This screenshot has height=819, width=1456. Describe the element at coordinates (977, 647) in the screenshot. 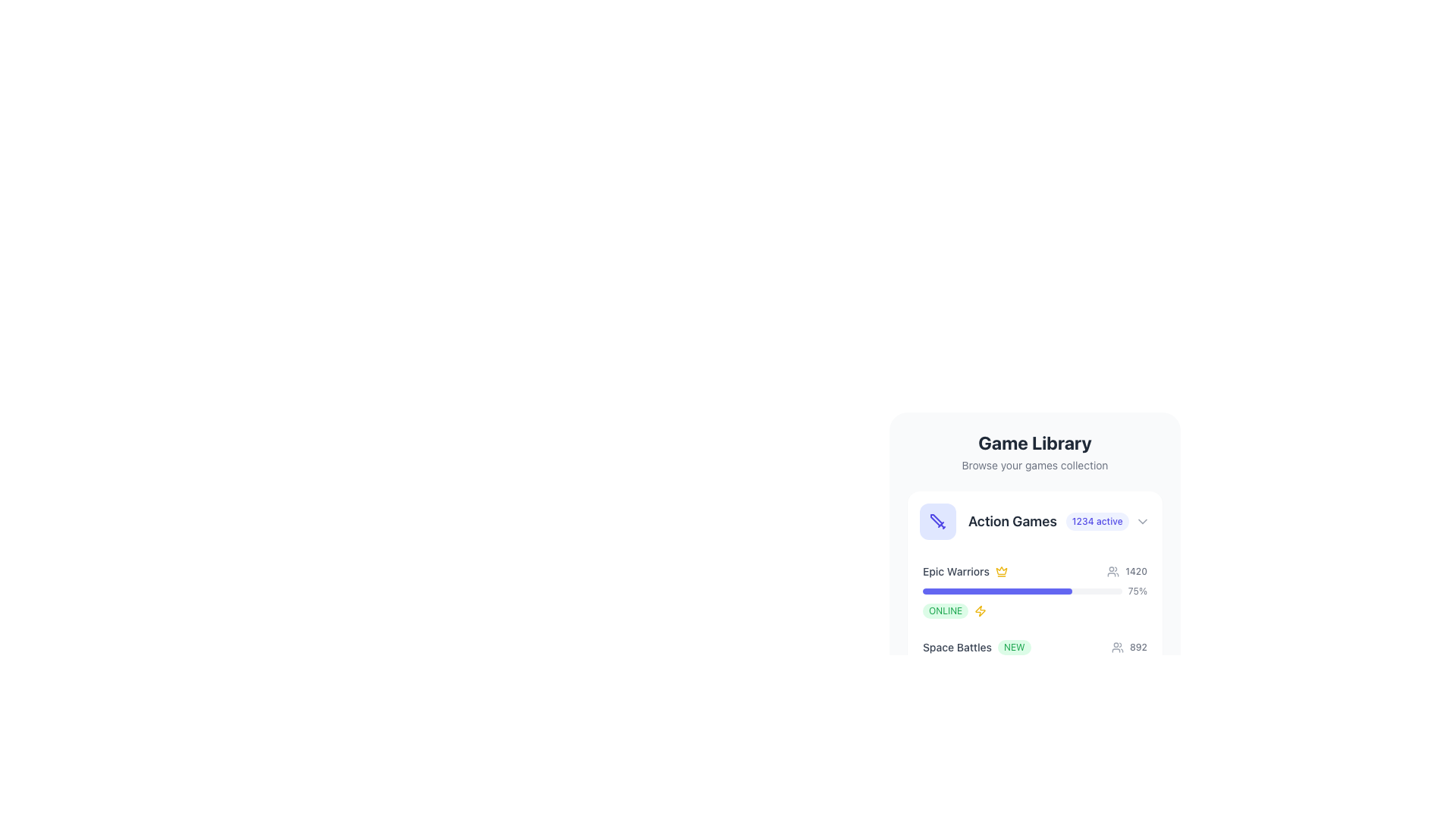

I see `the 'Space Battles' text label with a 'NEW' badge, which is located in the lower section of a card-style list under 'Action Games'` at that location.